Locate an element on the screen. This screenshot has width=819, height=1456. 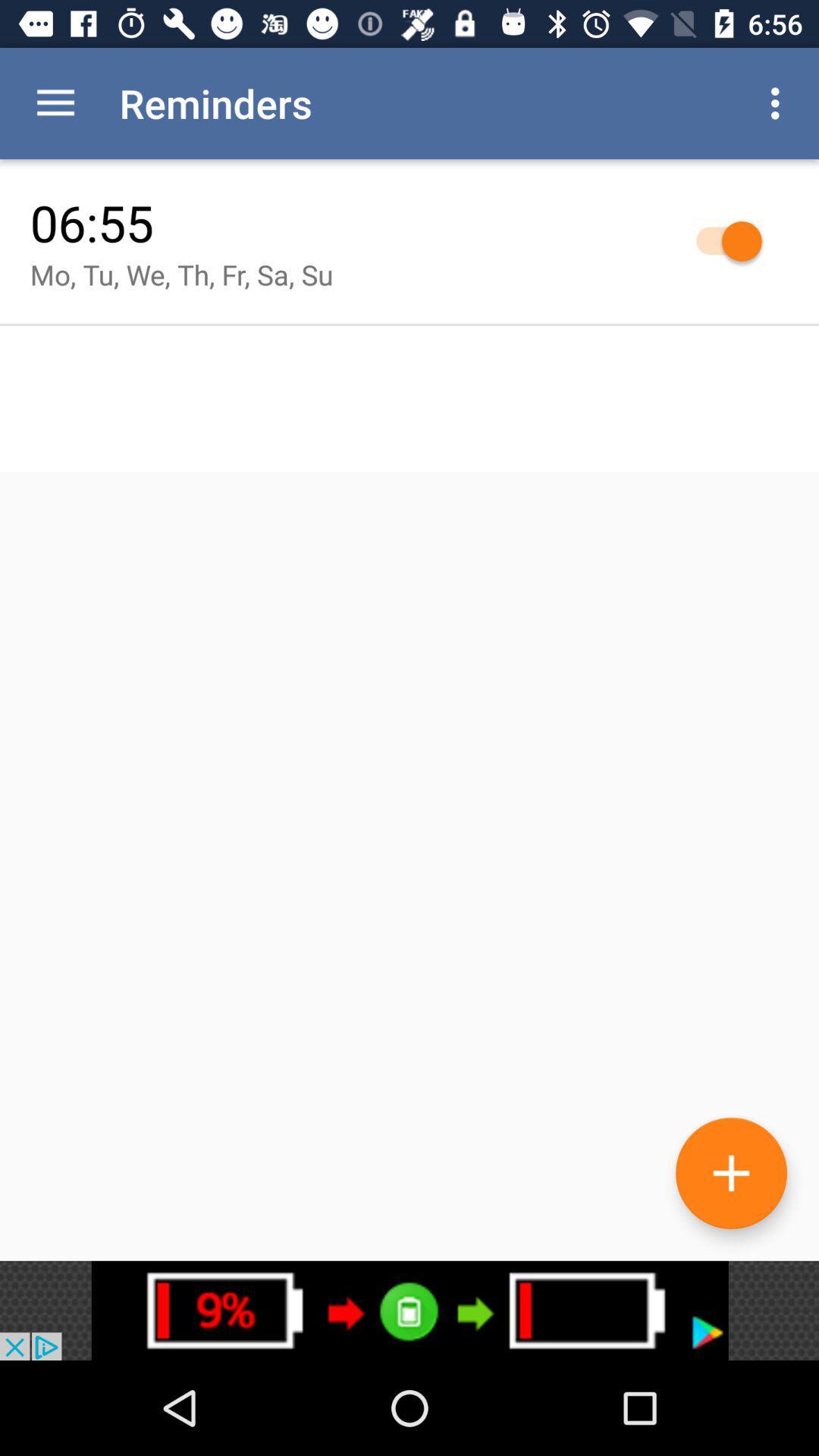
notifications is located at coordinates (409, 1310).